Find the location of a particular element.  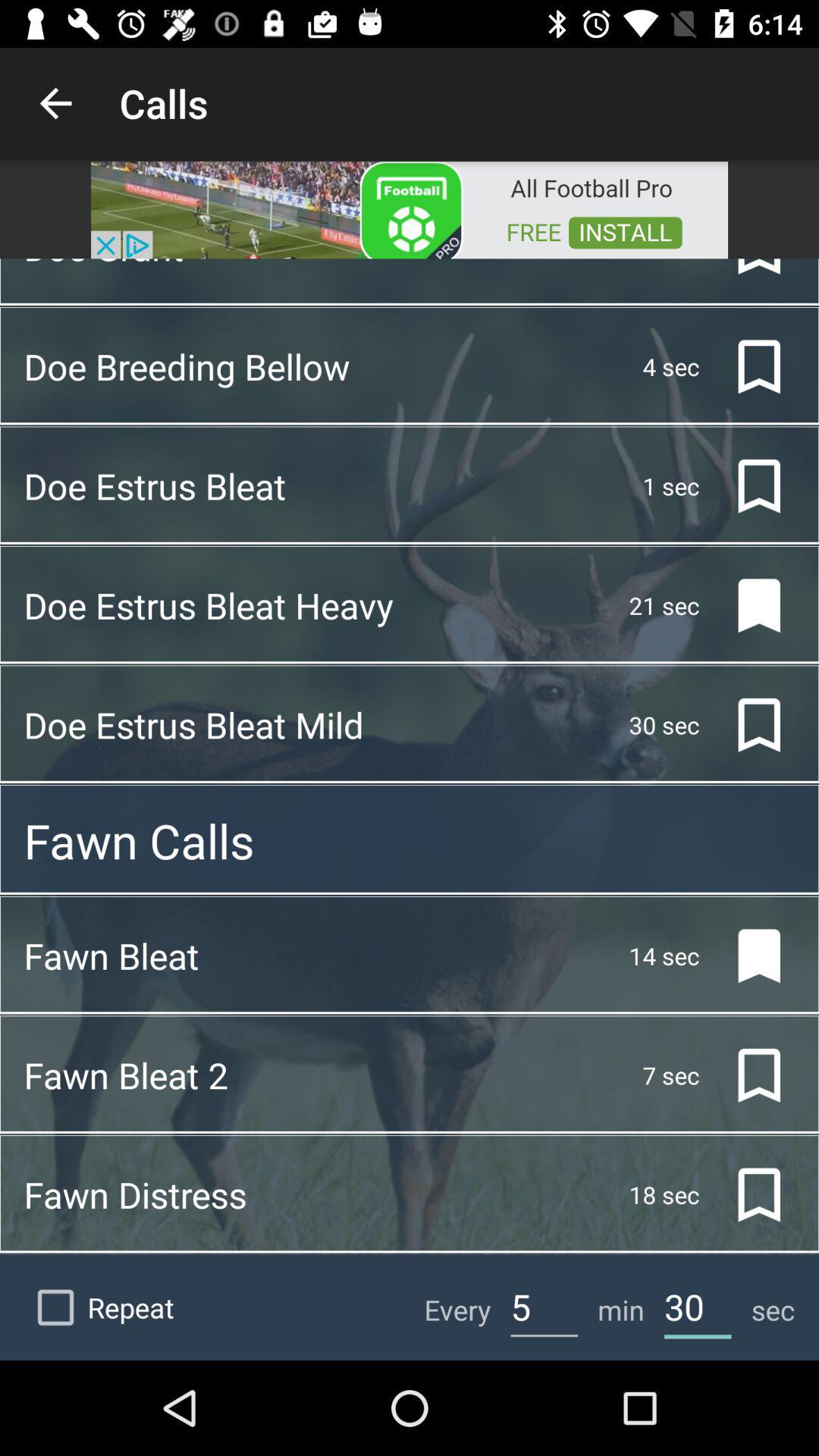

the bookmark icon is located at coordinates (746, 955).